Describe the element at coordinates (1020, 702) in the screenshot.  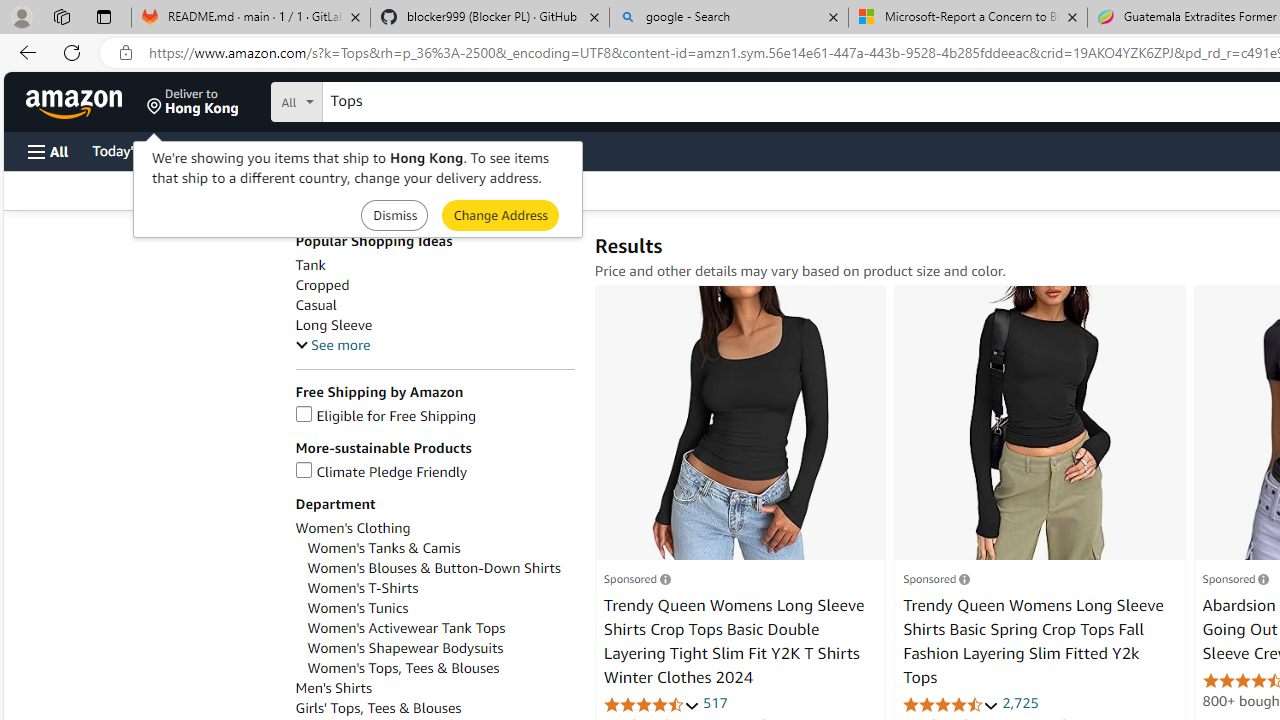
I see `'2,725'` at that location.